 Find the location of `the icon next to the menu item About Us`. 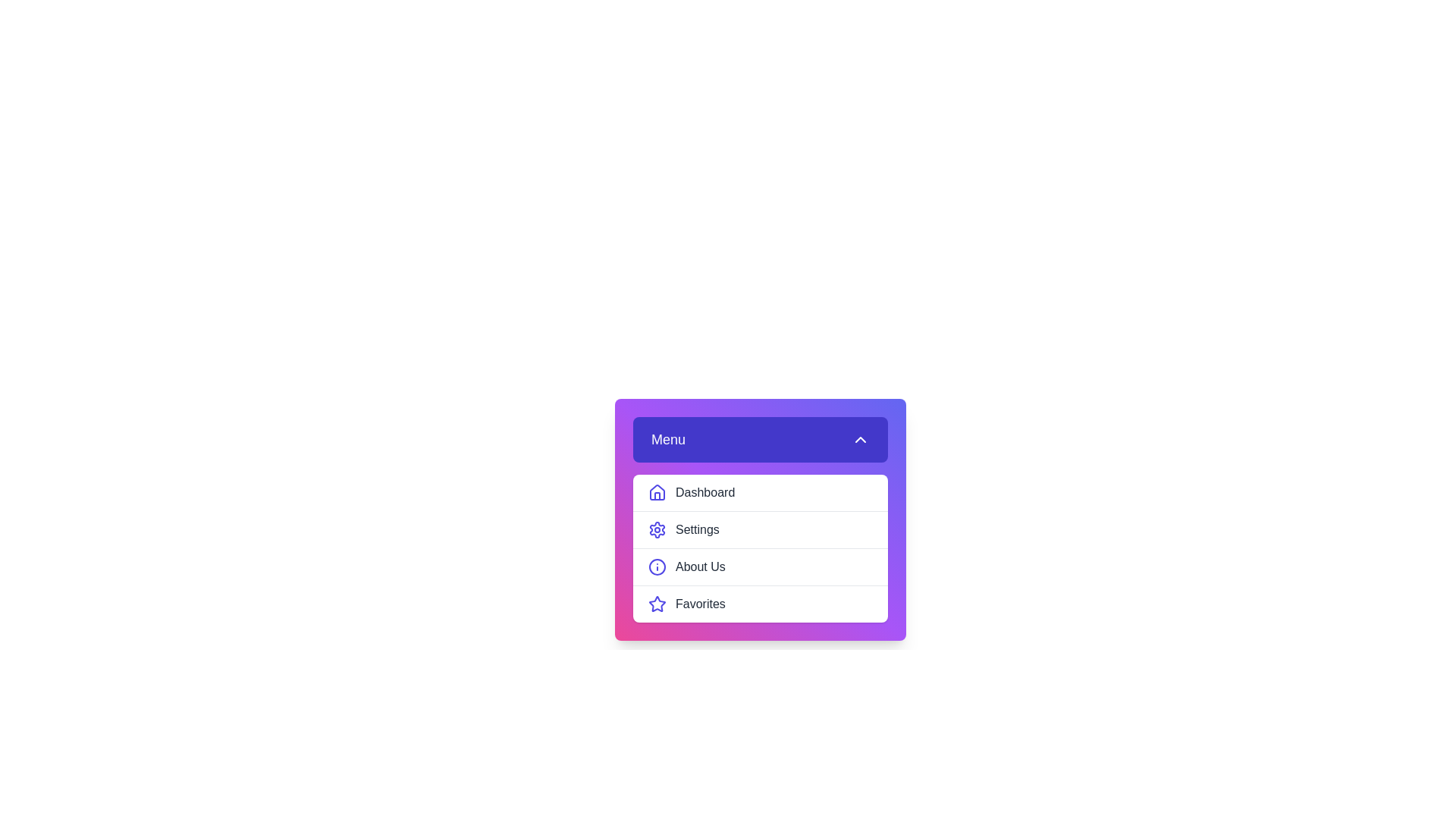

the icon next to the menu item About Us is located at coordinates (657, 567).